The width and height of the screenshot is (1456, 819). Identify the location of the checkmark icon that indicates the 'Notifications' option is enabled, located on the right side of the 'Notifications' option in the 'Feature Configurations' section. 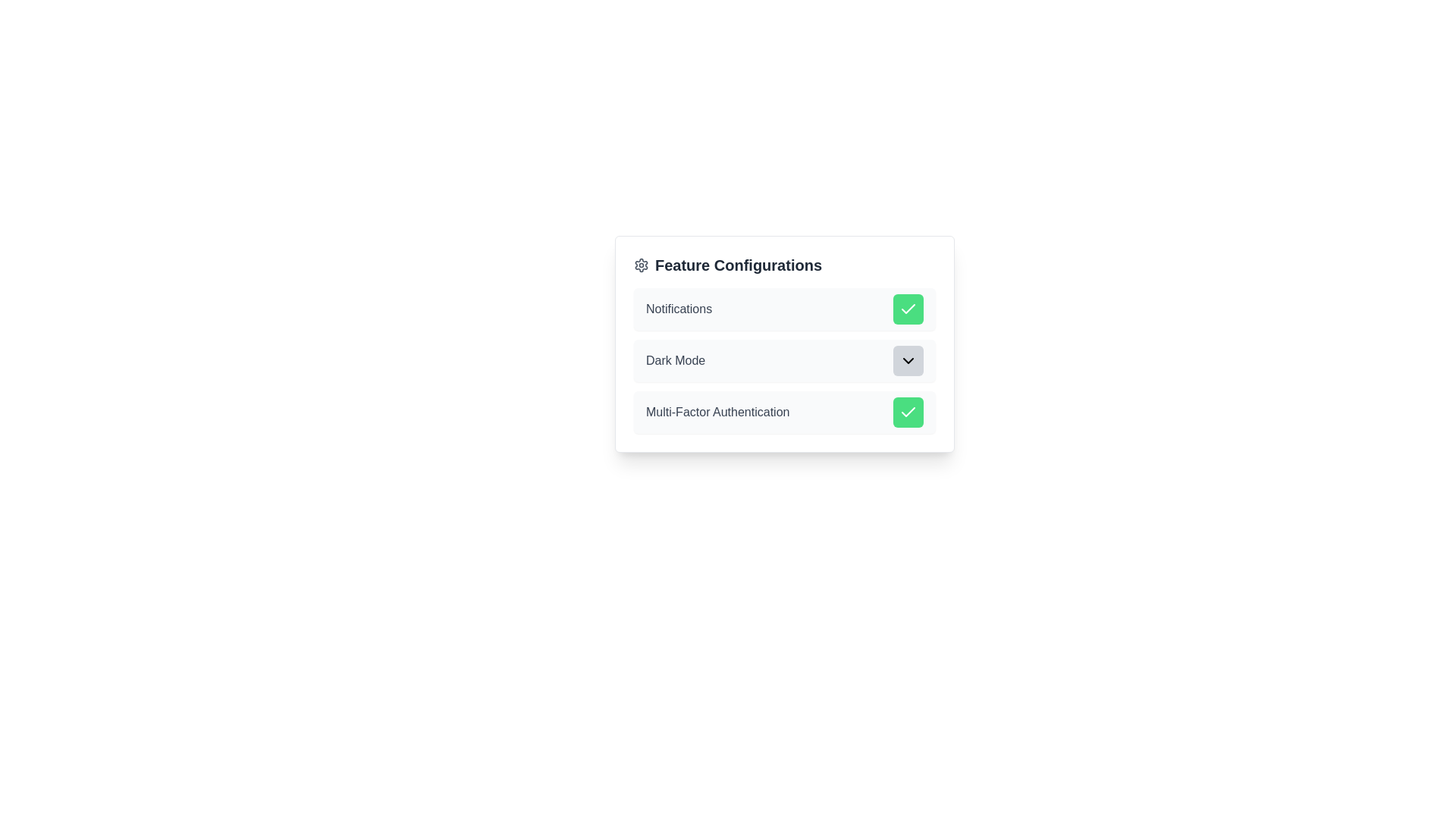
(908, 309).